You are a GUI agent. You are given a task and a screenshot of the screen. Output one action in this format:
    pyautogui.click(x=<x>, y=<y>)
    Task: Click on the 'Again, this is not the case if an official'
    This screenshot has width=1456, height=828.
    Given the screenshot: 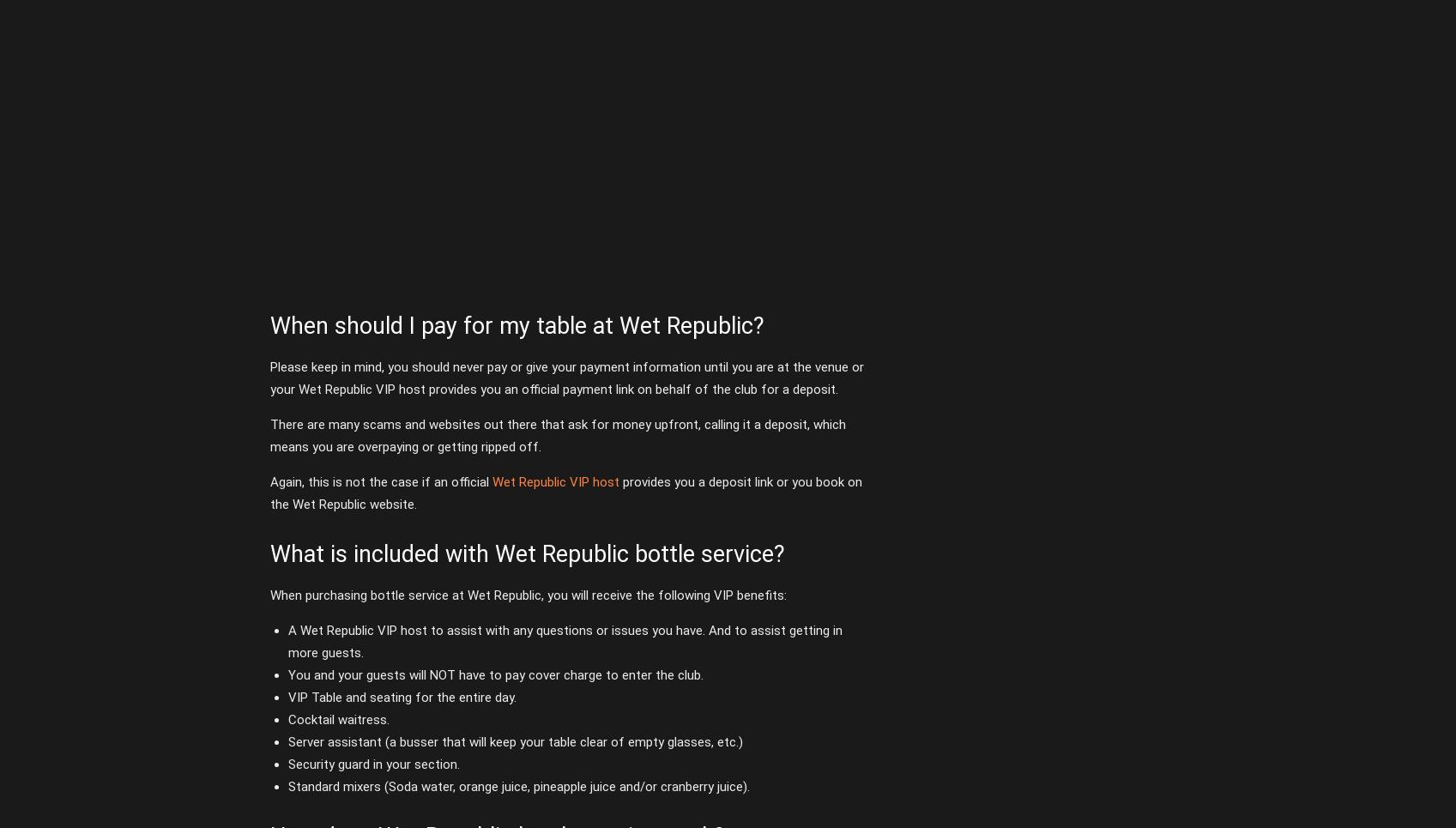 What is the action you would take?
    pyautogui.click(x=379, y=480)
    